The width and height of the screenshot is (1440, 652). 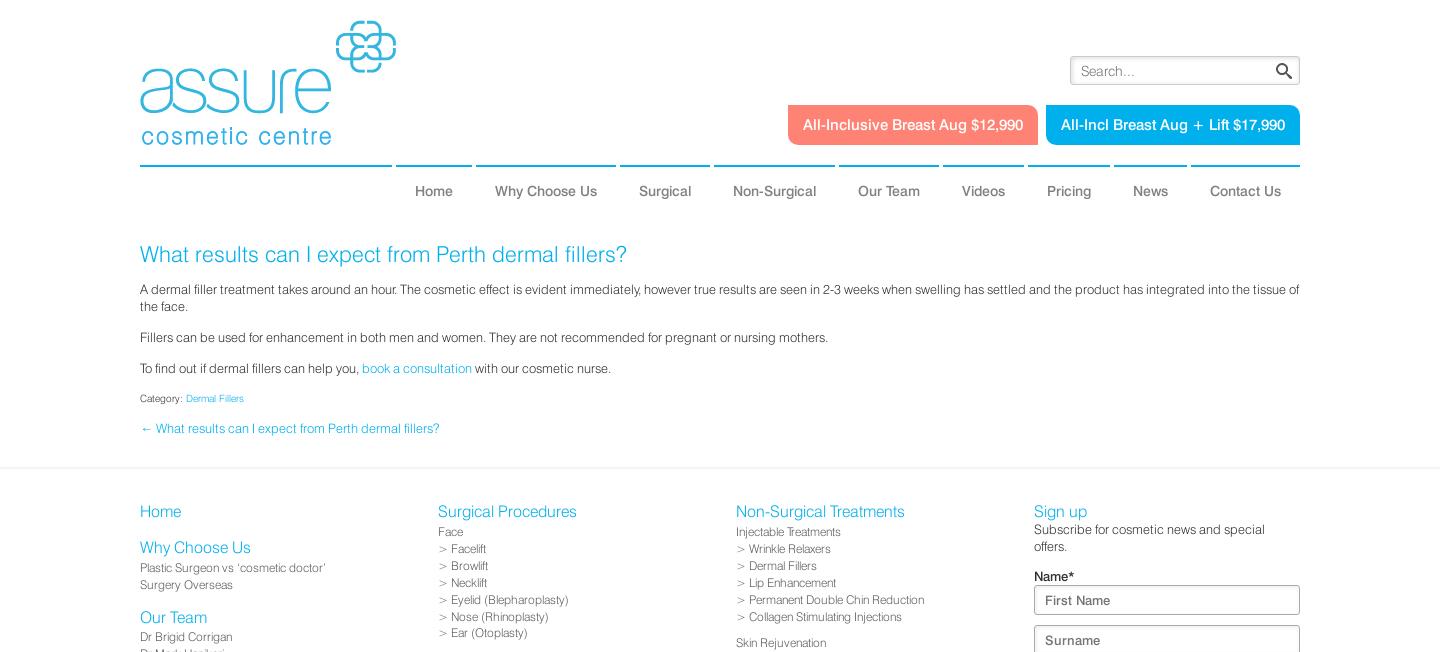 What do you see at coordinates (1173, 124) in the screenshot?
I see `'All-Incl Breast Aug + Lift $17,990'` at bounding box center [1173, 124].